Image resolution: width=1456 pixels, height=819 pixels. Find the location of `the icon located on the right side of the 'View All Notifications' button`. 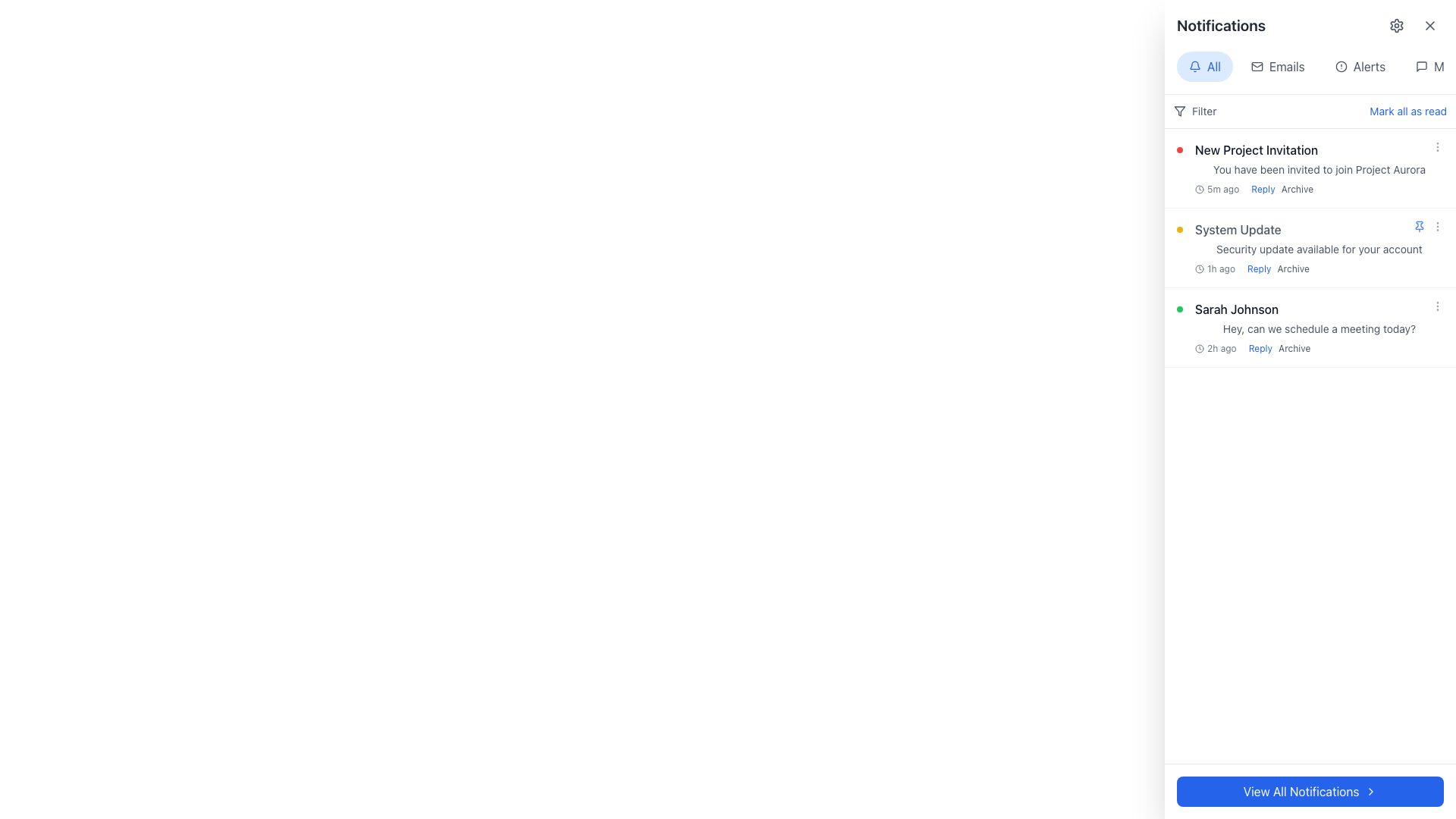

the icon located on the right side of the 'View All Notifications' button is located at coordinates (1371, 791).